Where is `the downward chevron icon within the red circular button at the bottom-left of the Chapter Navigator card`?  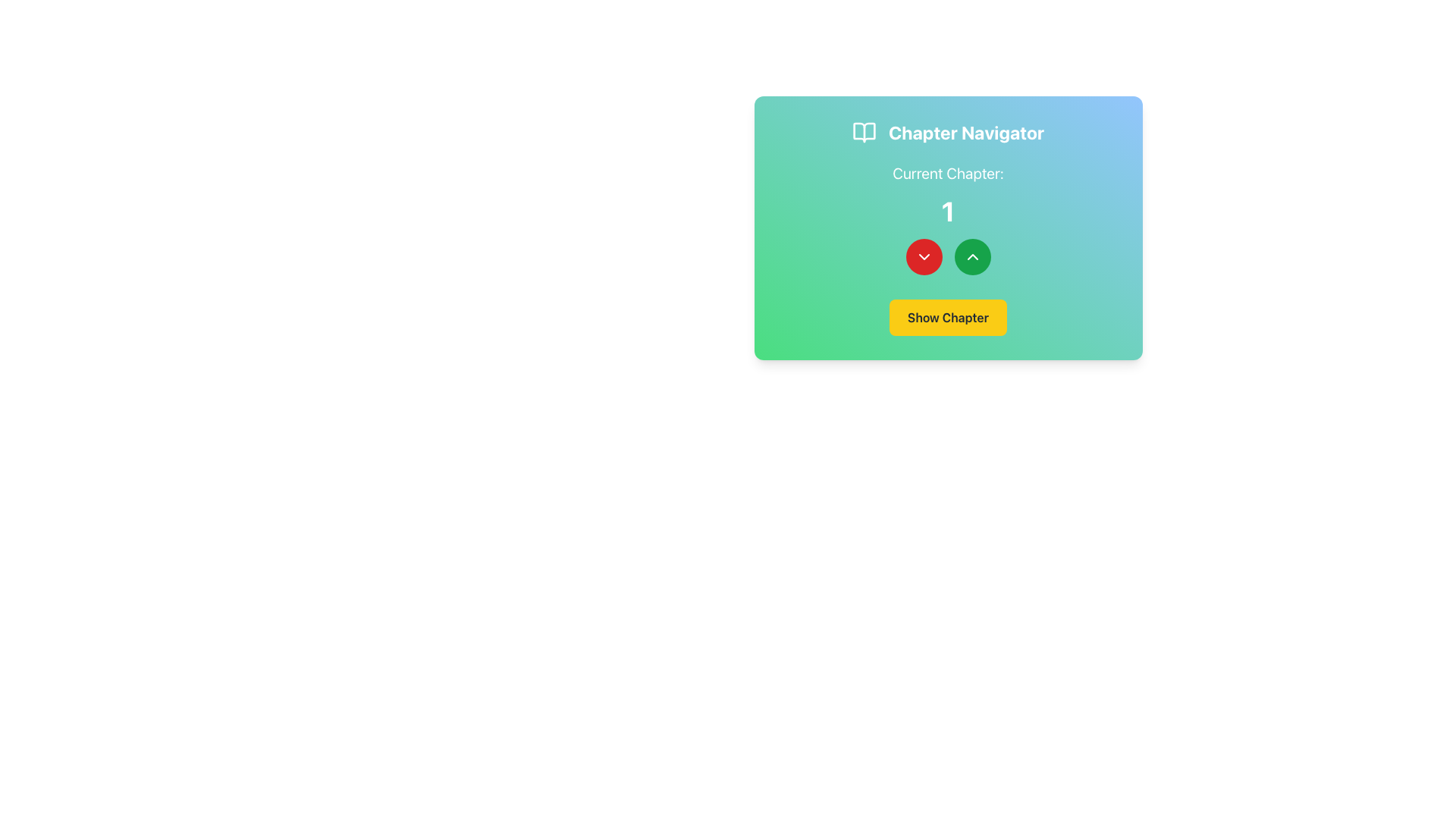 the downward chevron icon within the red circular button at the bottom-left of the Chapter Navigator card is located at coordinates (923, 256).